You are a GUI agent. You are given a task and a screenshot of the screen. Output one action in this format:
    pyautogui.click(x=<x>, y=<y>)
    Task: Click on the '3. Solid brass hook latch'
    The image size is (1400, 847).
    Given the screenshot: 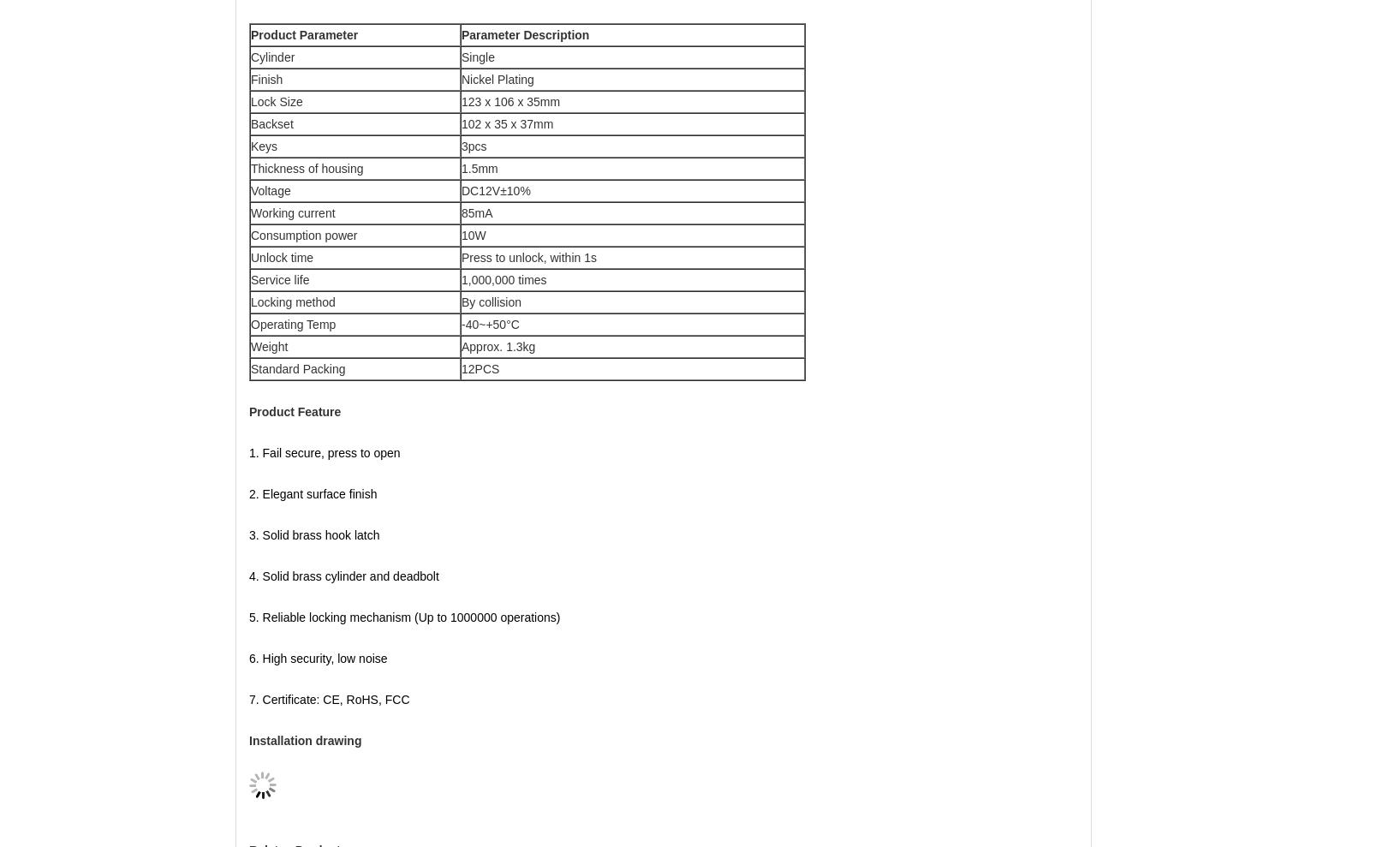 What is the action you would take?
    pyautogui.click(x=313, y=535)
    